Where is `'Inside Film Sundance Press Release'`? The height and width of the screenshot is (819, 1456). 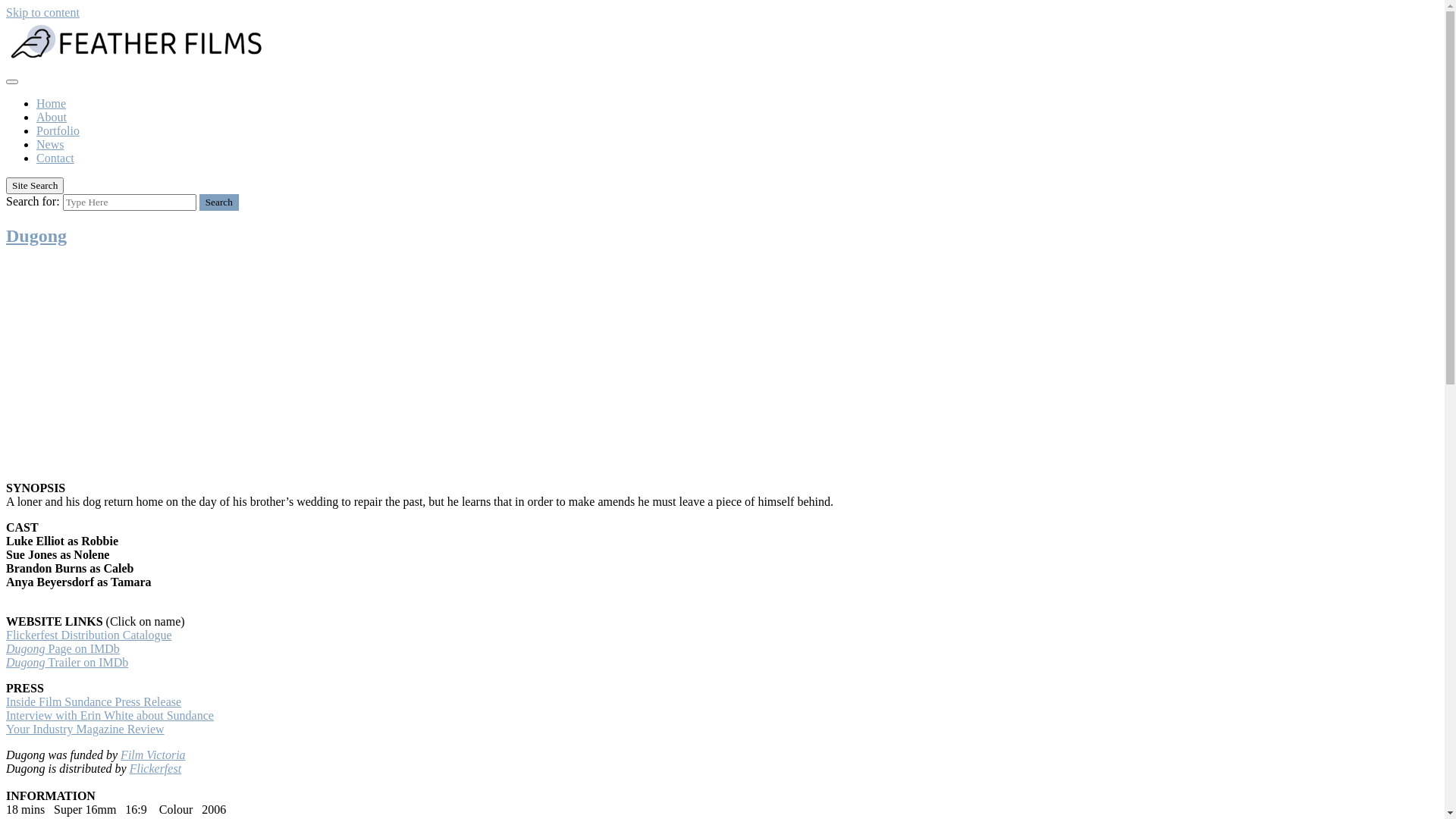 'Inside Film Sundance Press Release' is located at coordinates (6, 701).